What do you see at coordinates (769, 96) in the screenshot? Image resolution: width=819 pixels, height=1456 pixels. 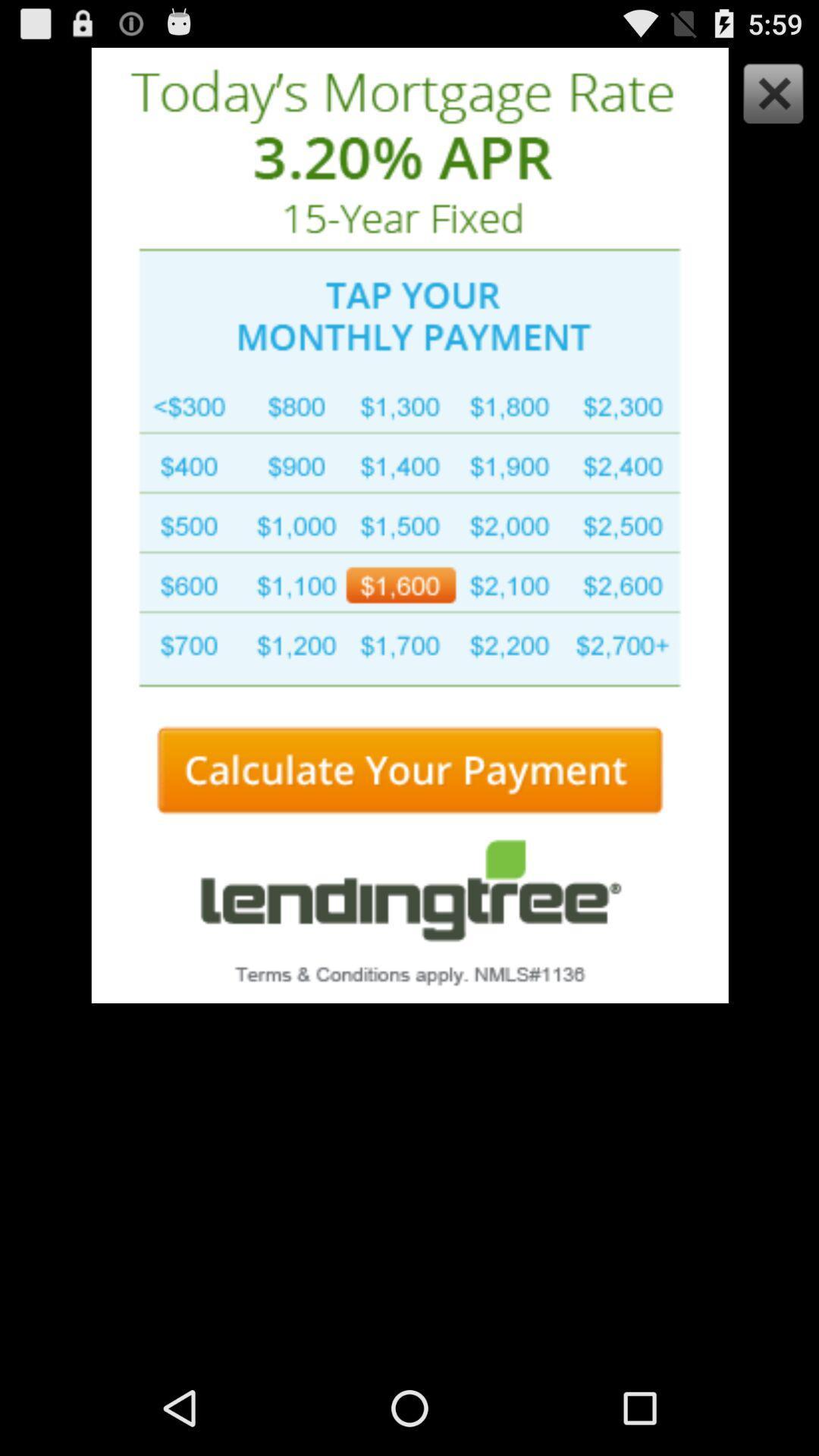 I see `cancel option` at bounding box center [769, 96].